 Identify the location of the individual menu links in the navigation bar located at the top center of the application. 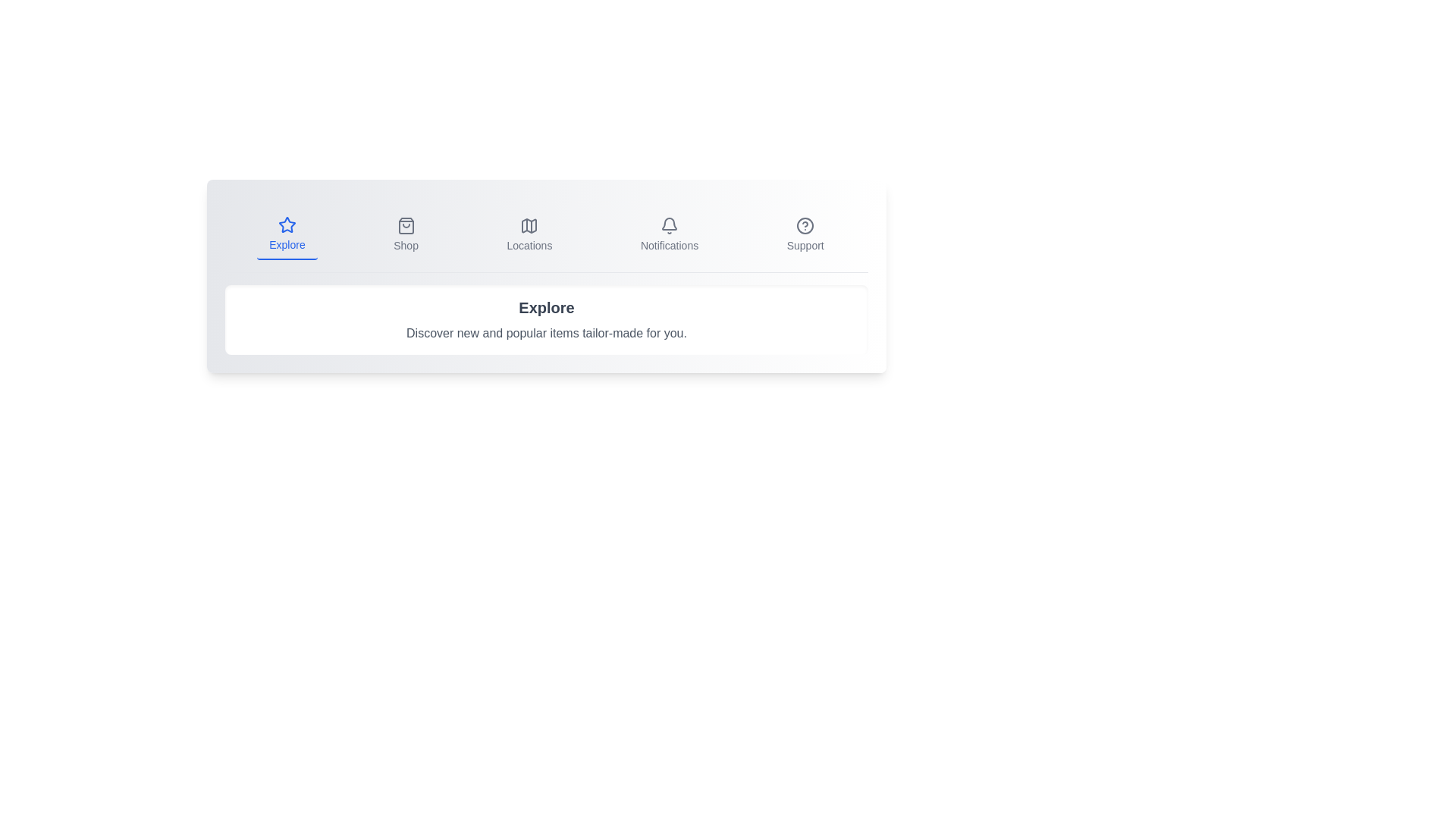
(546, 234).